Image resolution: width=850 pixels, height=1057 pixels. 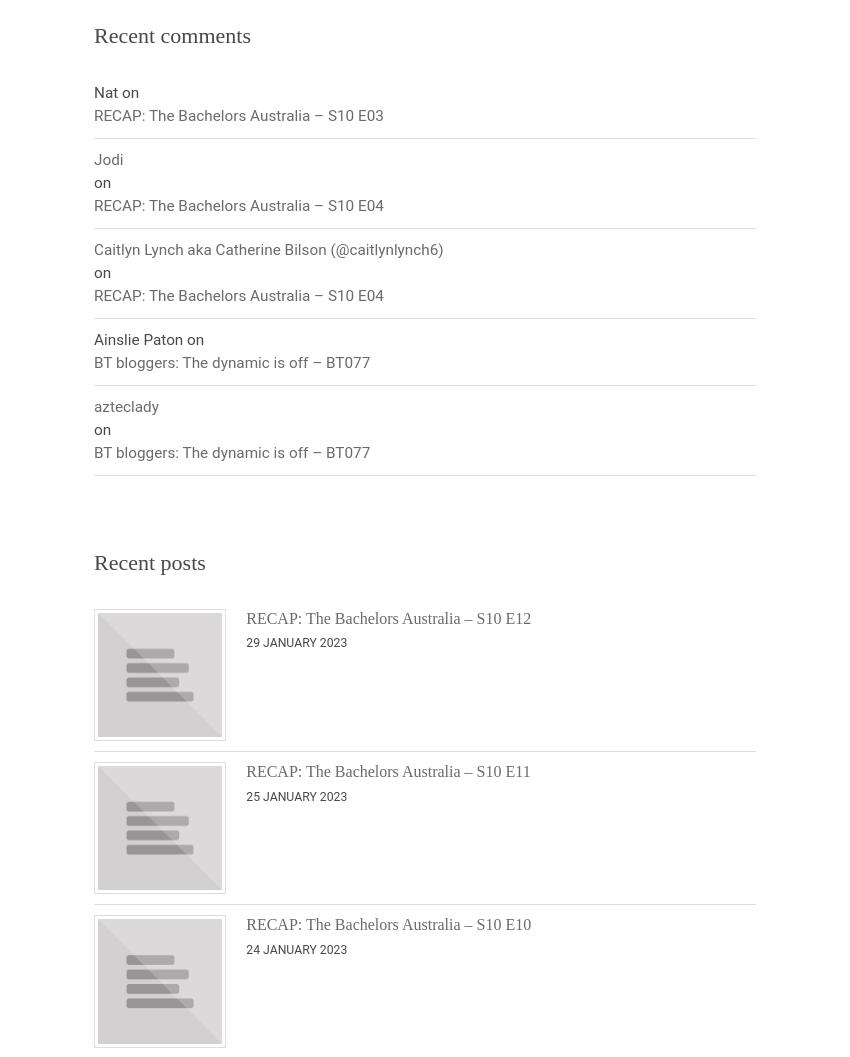 What do you see at coordinates (295, 642) in the screenshot?
I see `'29 January 2023'` at bounding box center [295, 642].